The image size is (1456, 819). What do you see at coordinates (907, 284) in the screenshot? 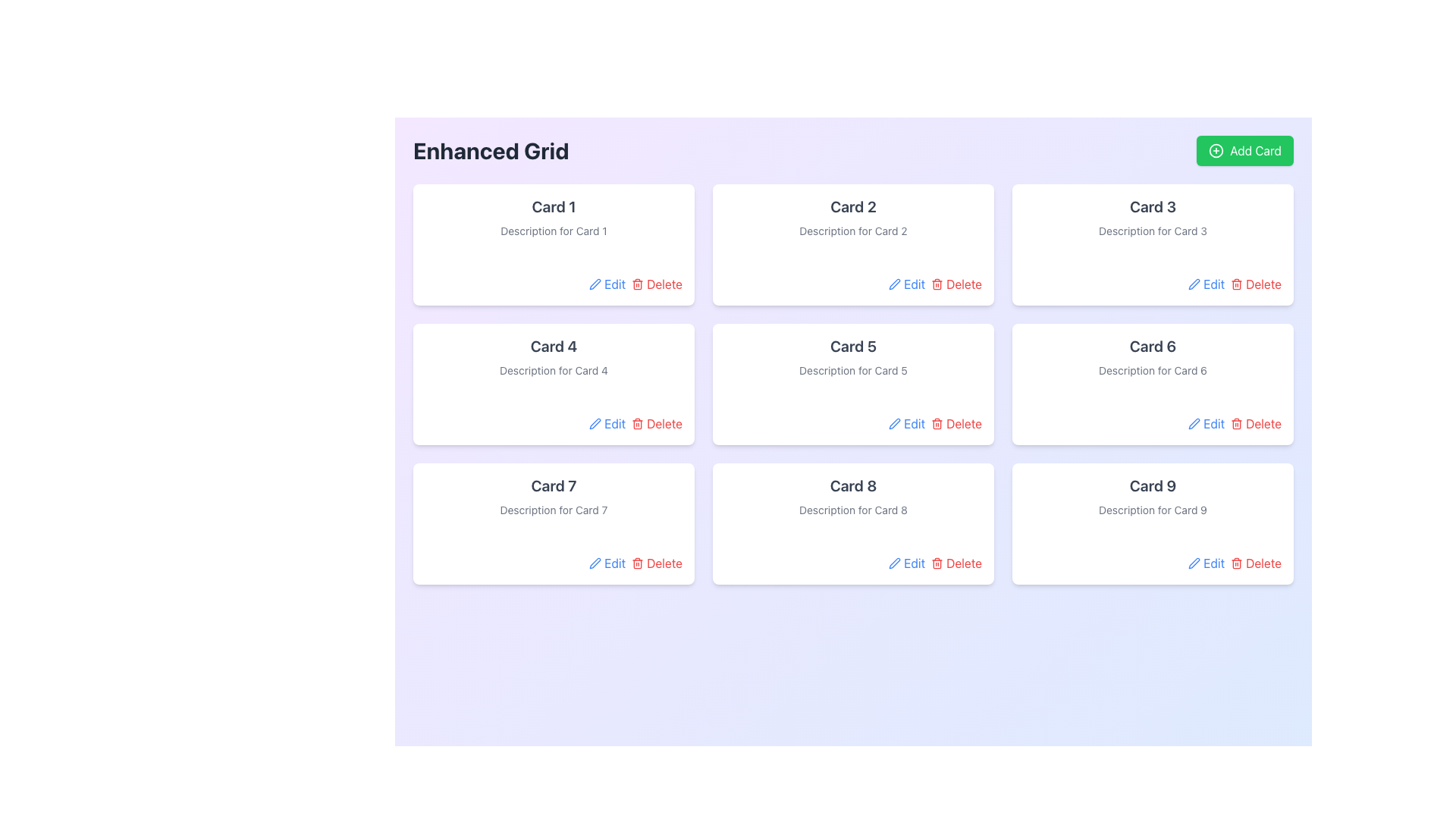
I see `the 'Edit' button located in the bottom-right corner of 'Card 2' that displays the text 'Edit' in blue with a pen icon to its left to initiate editing` at bounding box center [907, 284].